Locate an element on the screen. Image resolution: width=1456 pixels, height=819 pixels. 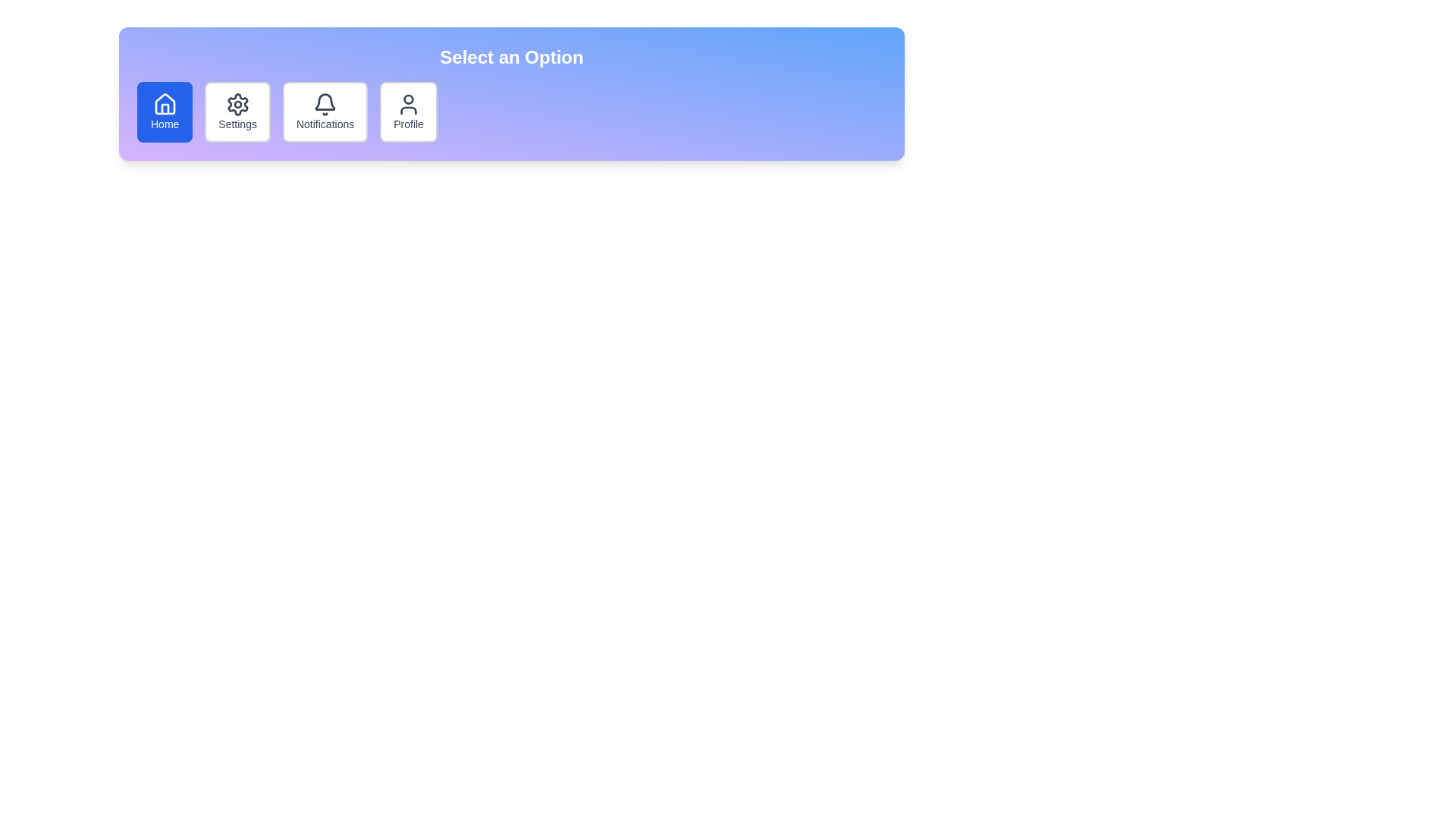
the circular graphic representing the profile icon located in the navigation bar at the top of the interface is located at coordinates (409, 99).